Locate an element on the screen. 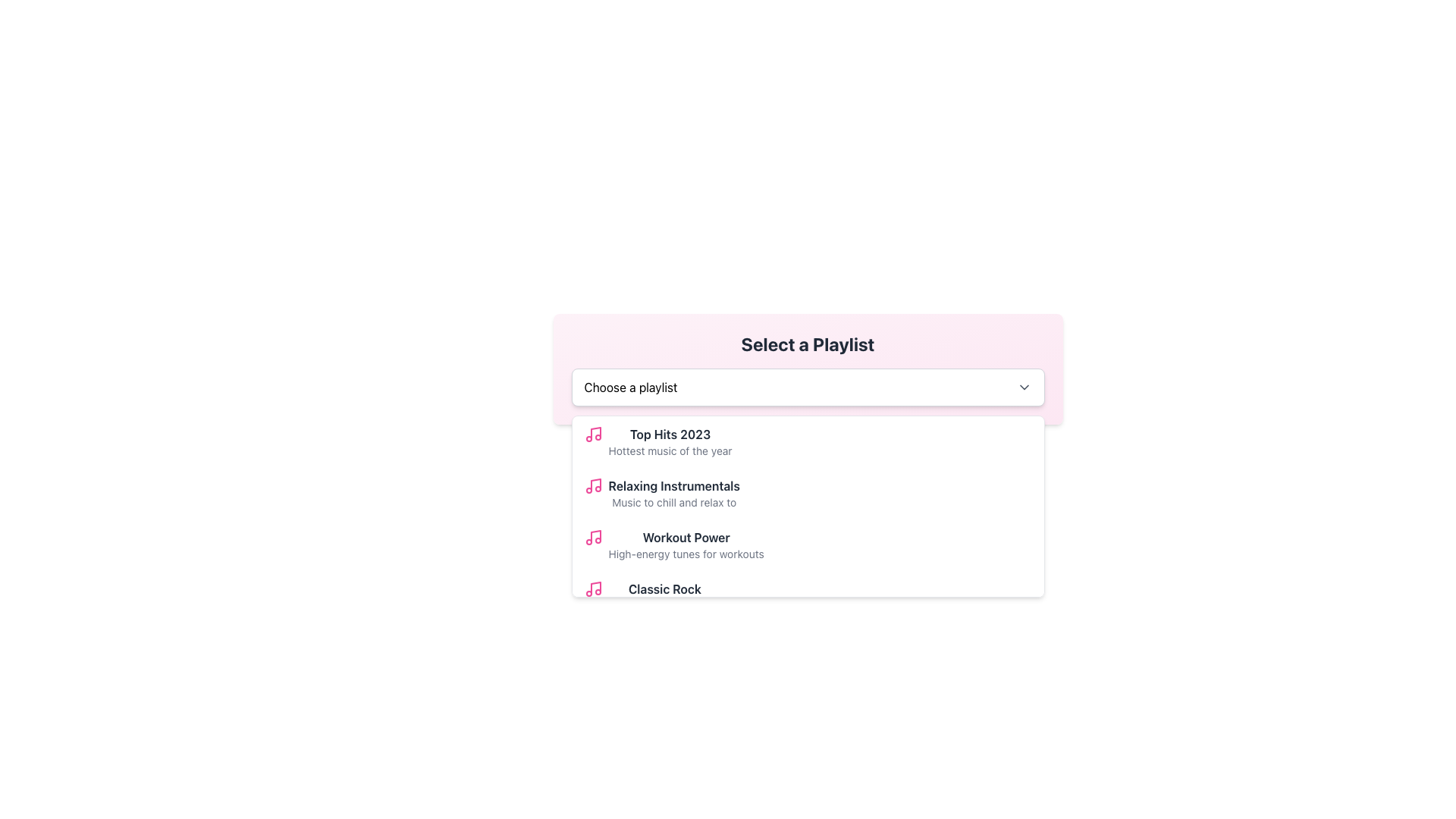 The height and width of the screenshot is (819, 1456). the icon that visually identifies the 'Classic Rock' playlist, located to the left of the text in the bottom-most entry of the selectable playlist list is located at coordinates (592, 588).